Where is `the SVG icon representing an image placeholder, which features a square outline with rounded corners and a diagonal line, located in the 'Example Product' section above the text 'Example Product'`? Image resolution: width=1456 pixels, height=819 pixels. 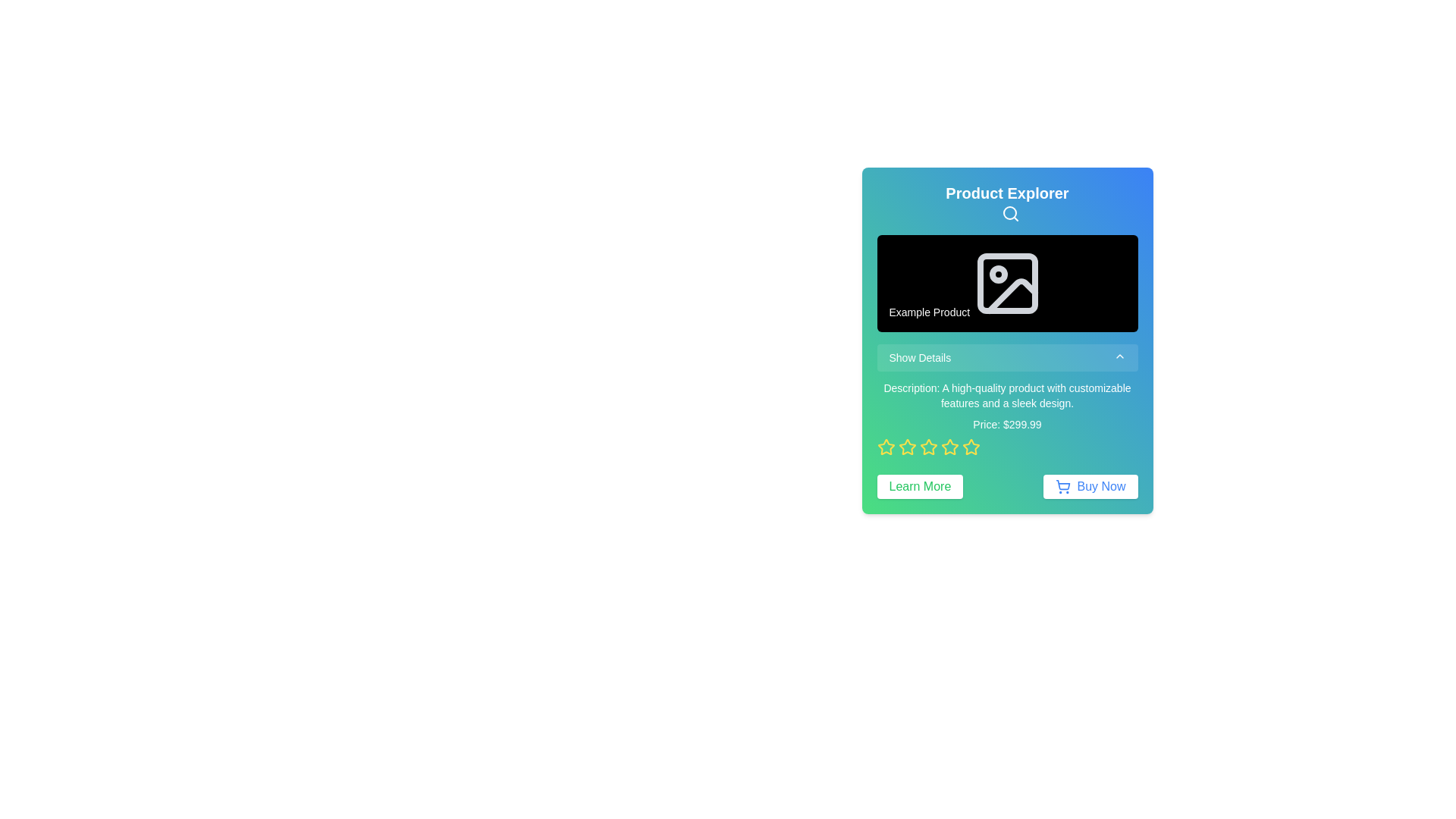
the SVG icon representing an image placeholder, which features a square outline with rounded corners and a diagonal line, located in the 'Example Product' section above the text 'Example Product' is located at coordinates (1007, 283).